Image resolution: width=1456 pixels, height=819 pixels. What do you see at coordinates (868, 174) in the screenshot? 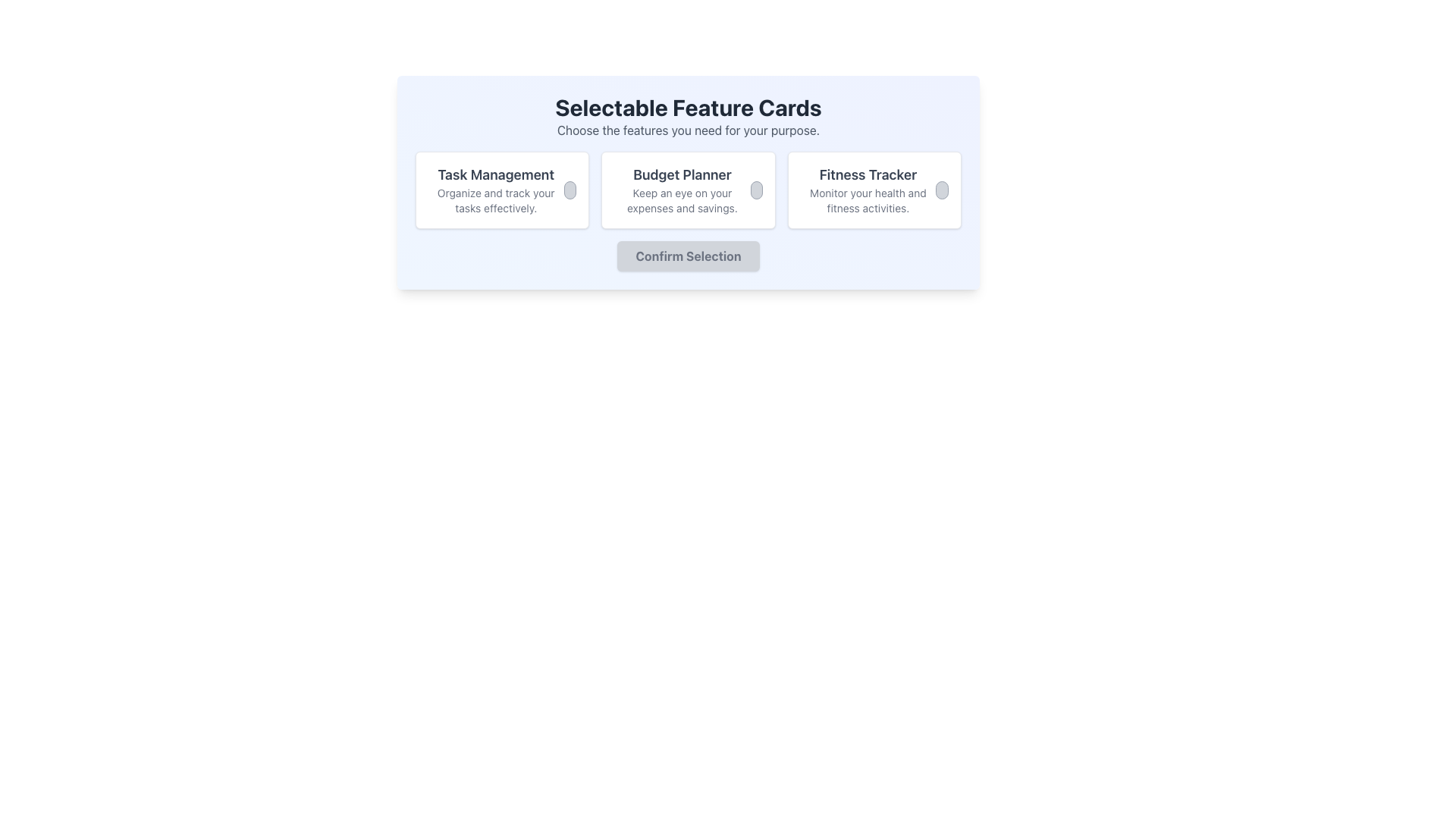
I see `the Text Label indicating the title of the 'Fitness Tracker' card, located at the upper section of the card within the 'Selectable Feature Cards' section` at bounding box center [868, 174].